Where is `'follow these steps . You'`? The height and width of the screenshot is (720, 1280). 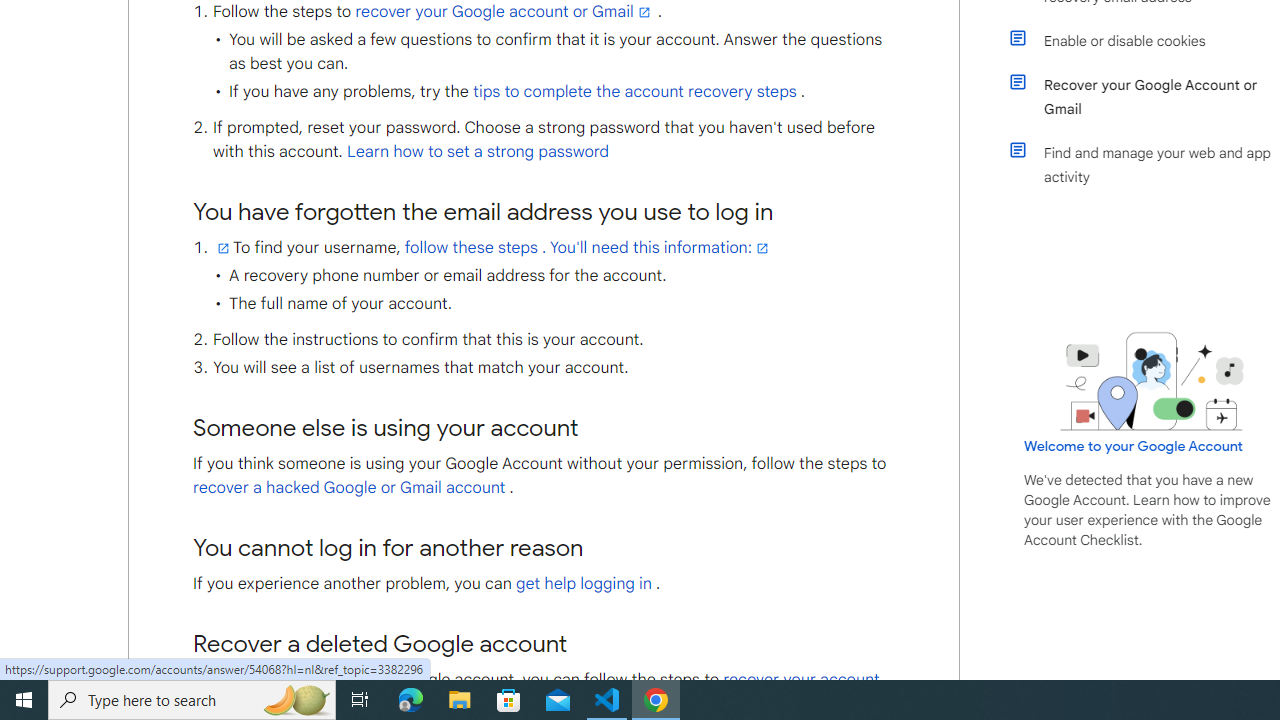 'follow these steps . You' is located at coordinates (587, 247).